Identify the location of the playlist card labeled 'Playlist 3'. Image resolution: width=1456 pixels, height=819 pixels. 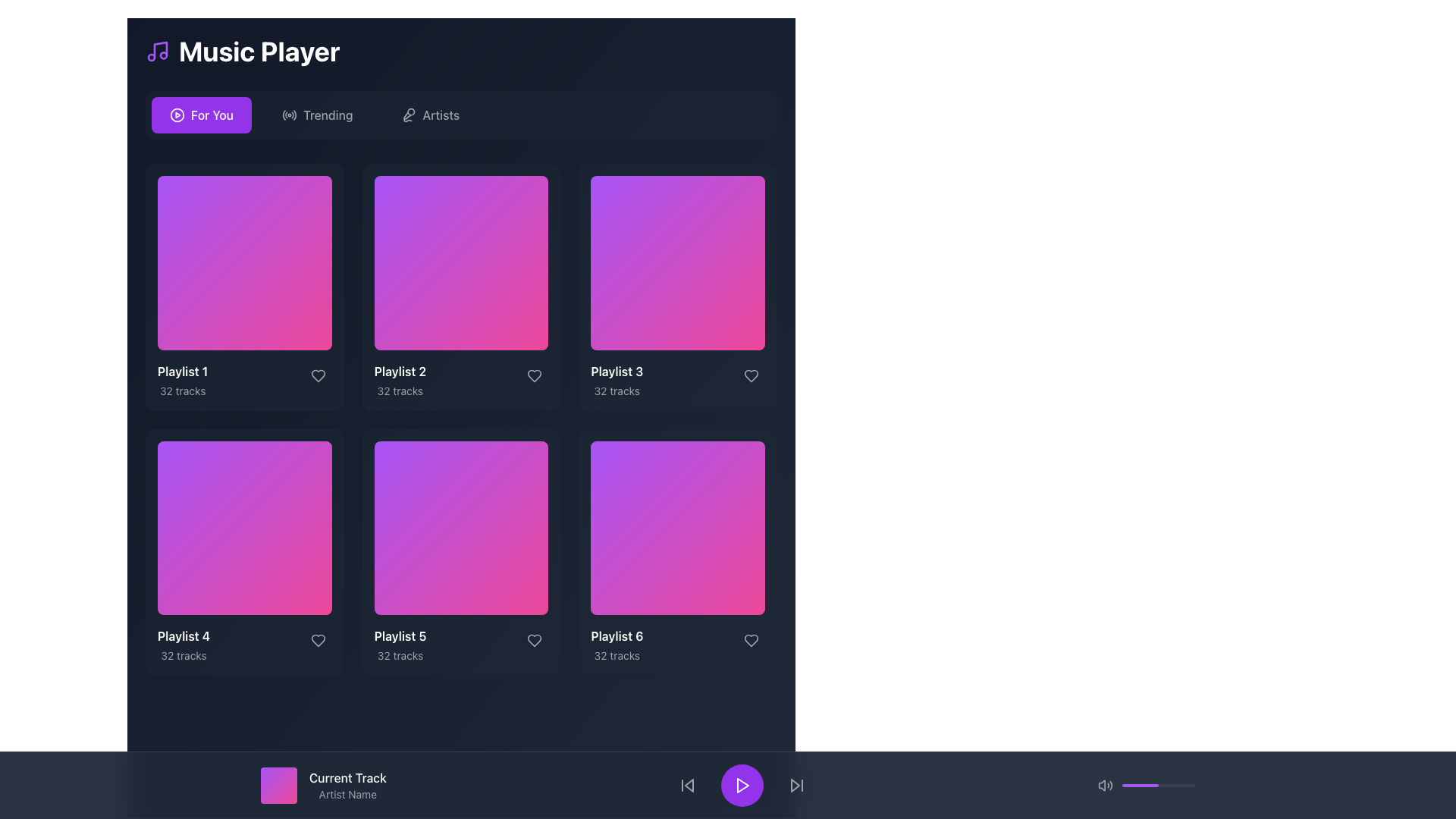
(677, 287).